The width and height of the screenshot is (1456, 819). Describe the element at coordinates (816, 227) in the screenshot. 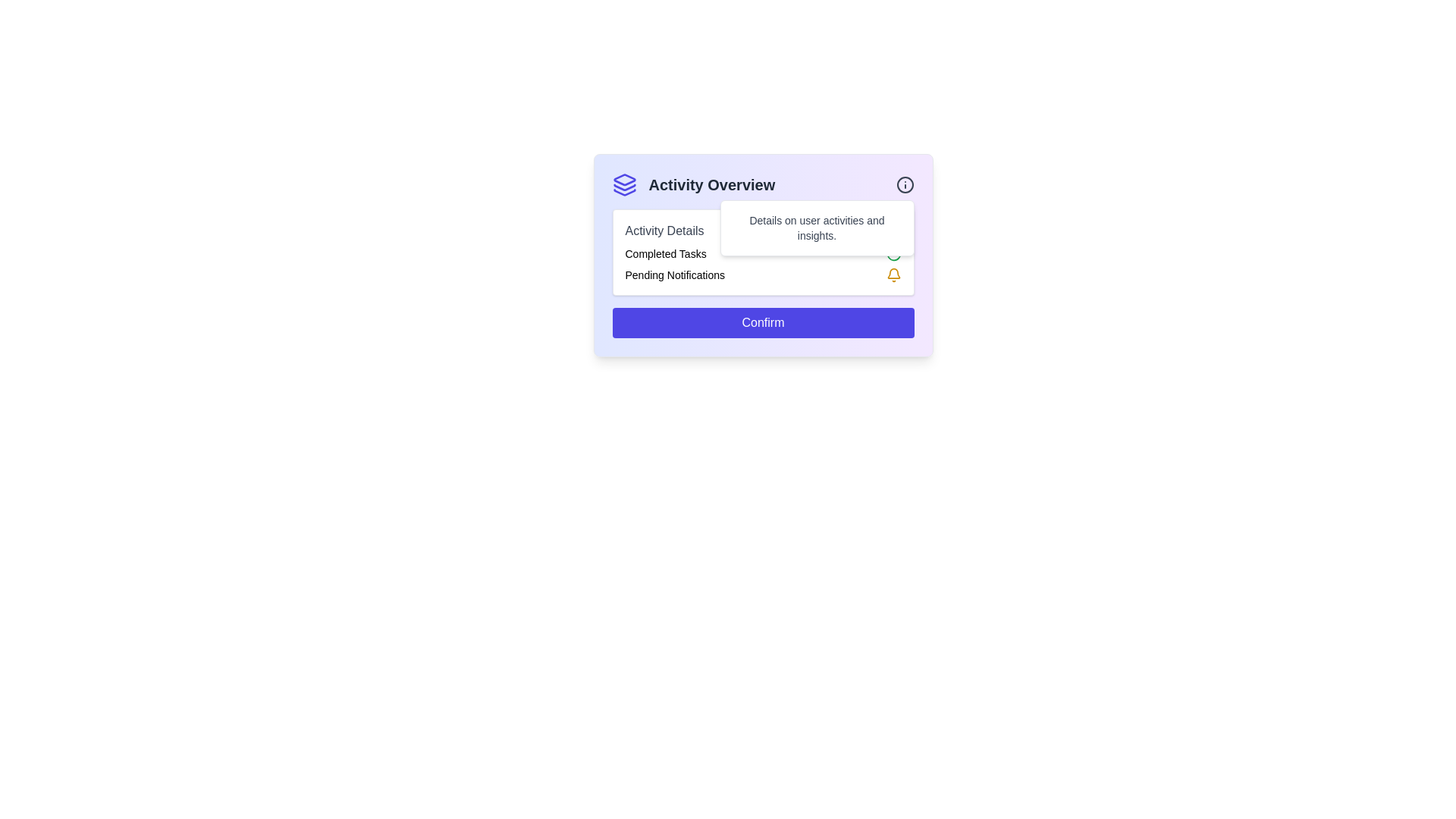

I see `the informational box located in the top-right section of the 'Activity Overview' panel, adjacent to the 'Activity Details' label` at that location.